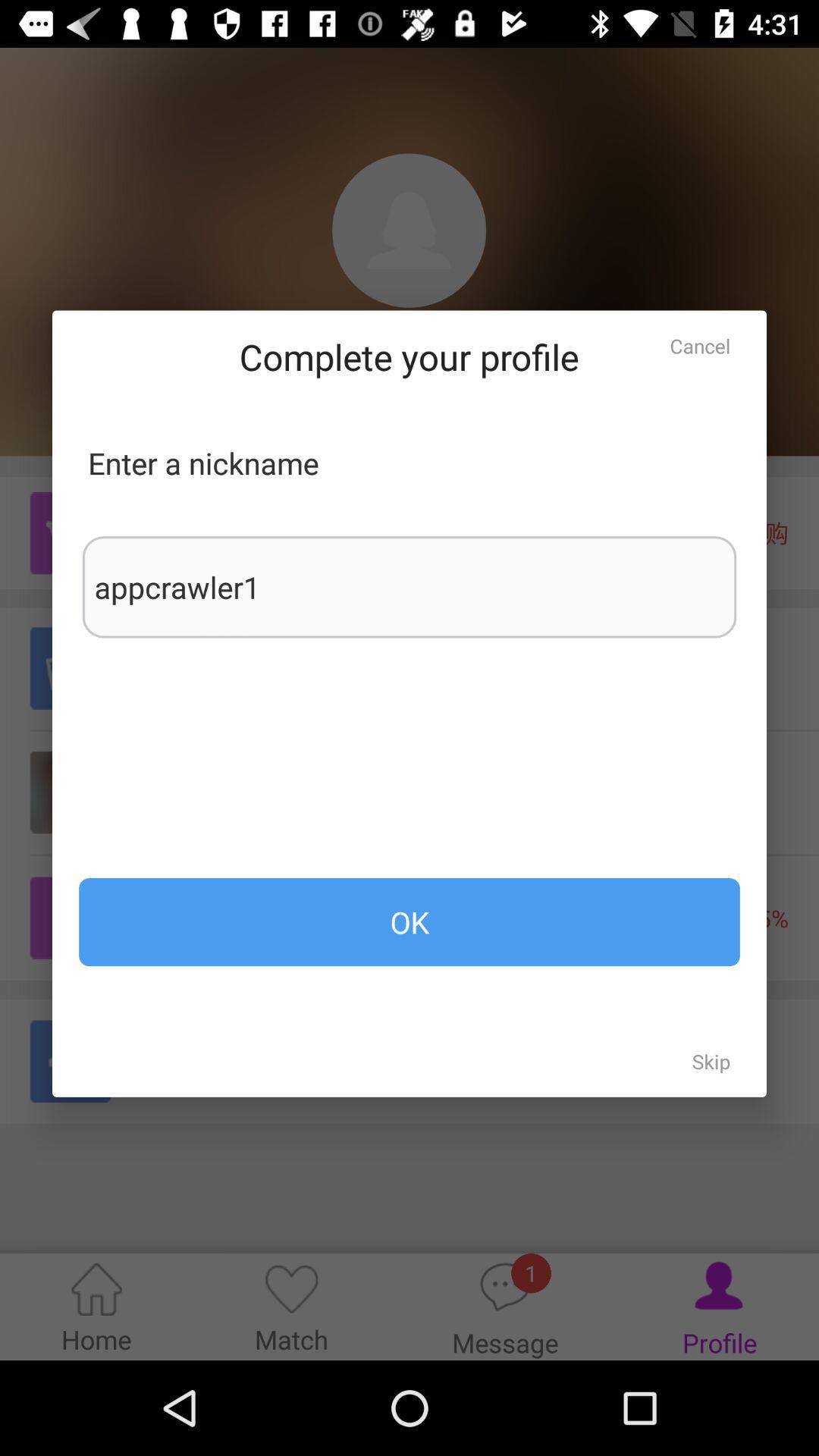 This screenshot has height=1456, width=819. What do you see at coordinates (711, 1060) in the screenshot?
I see `item at the bottom right corner` at bounding box center [711, 1060].